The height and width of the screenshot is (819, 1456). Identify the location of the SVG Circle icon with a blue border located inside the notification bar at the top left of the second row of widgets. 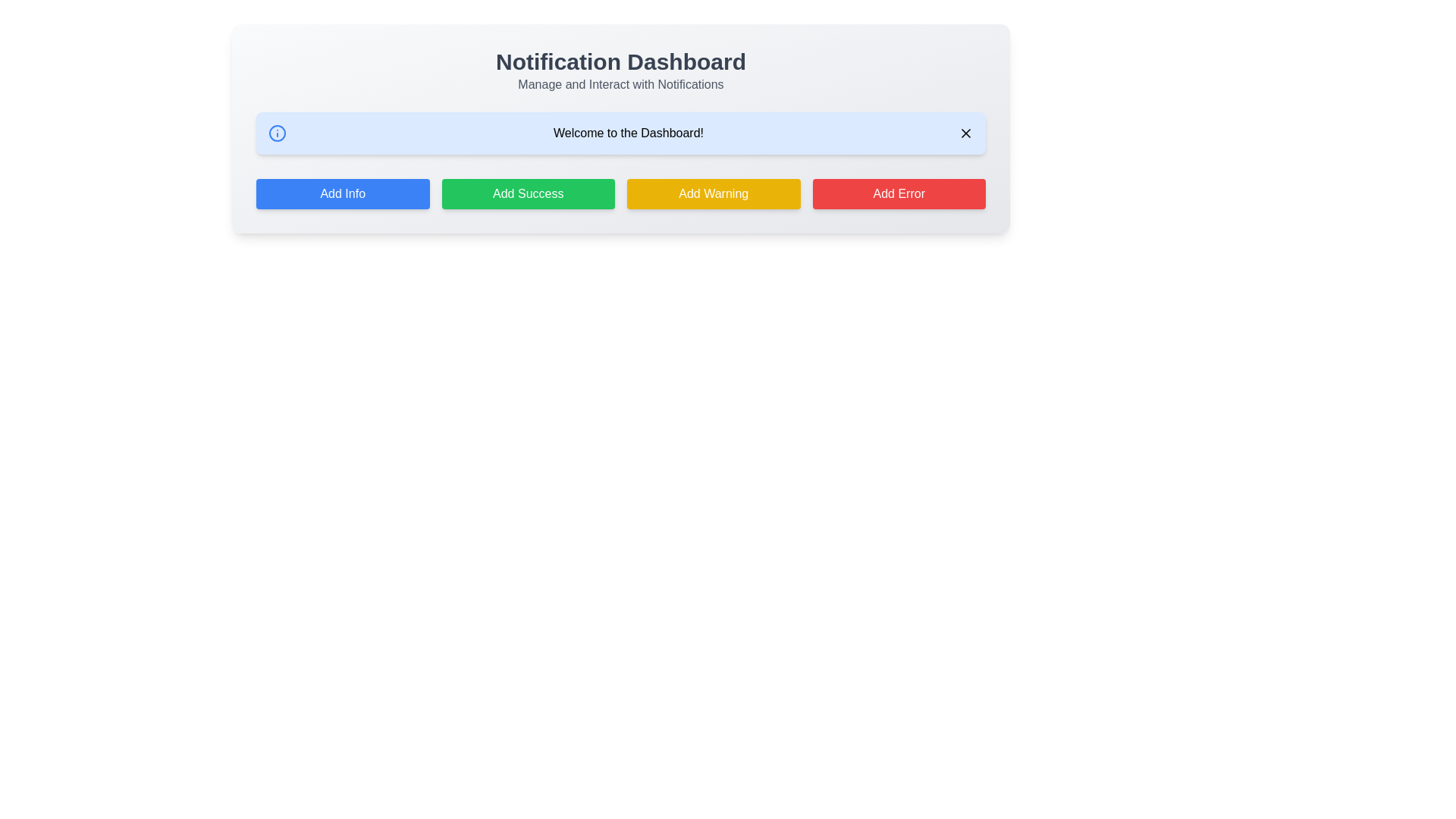
(277, 133).